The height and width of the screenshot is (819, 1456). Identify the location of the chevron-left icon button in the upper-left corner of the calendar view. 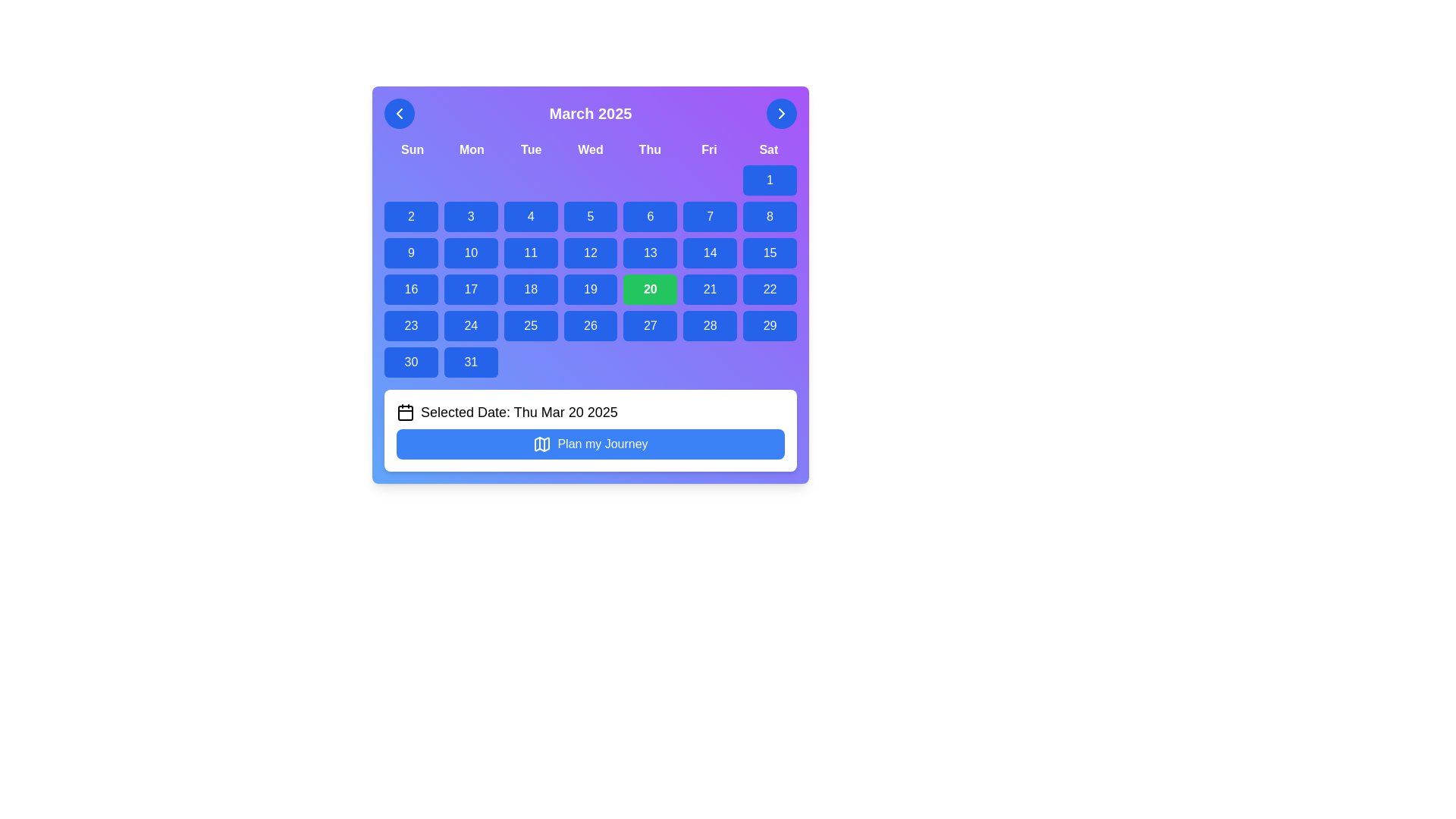
(400, 113).